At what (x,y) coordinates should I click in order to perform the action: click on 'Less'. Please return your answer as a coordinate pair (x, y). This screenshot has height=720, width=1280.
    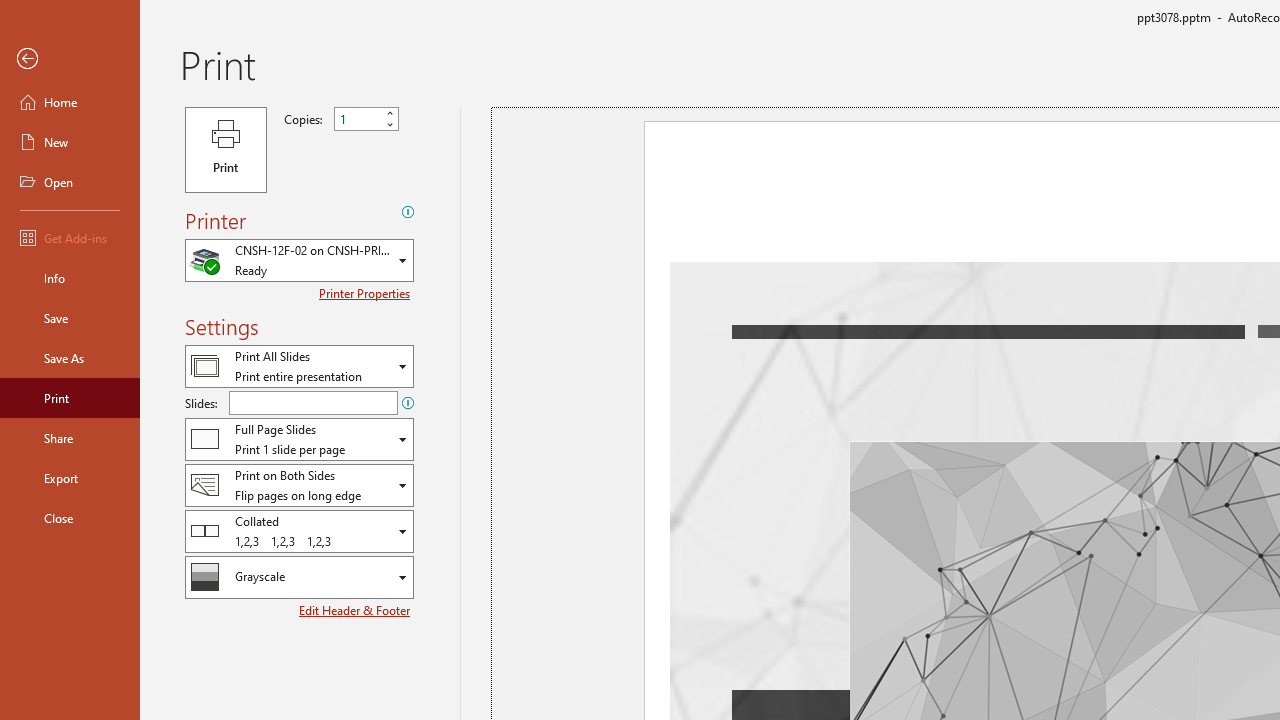
    Looking at the image, I should click on (389, 124).